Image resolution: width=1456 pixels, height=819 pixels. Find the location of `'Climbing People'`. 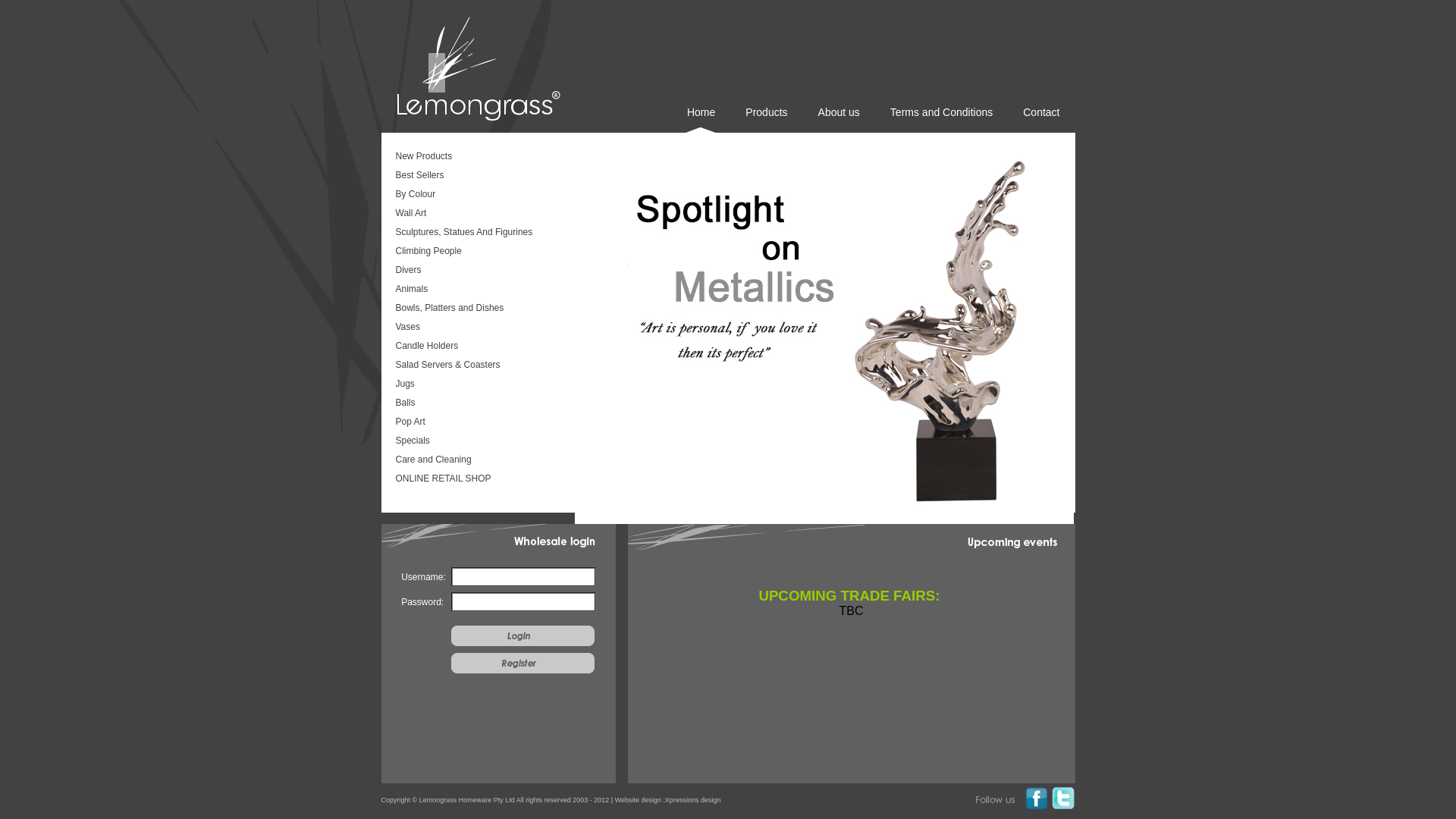

'Climbing People' is located at coordinates (475, 251).